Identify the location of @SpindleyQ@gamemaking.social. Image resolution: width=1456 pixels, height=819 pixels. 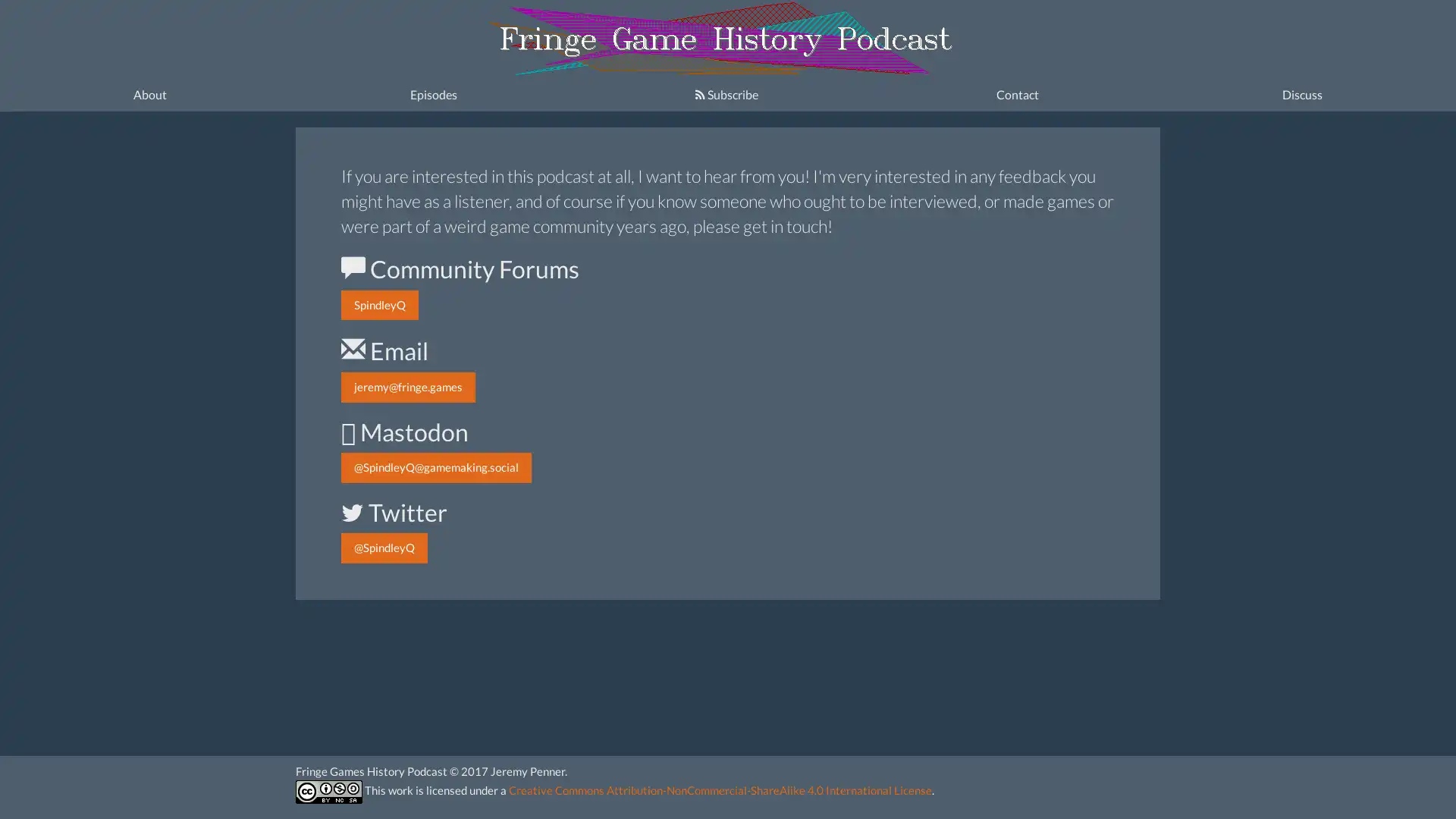
(435, 466).